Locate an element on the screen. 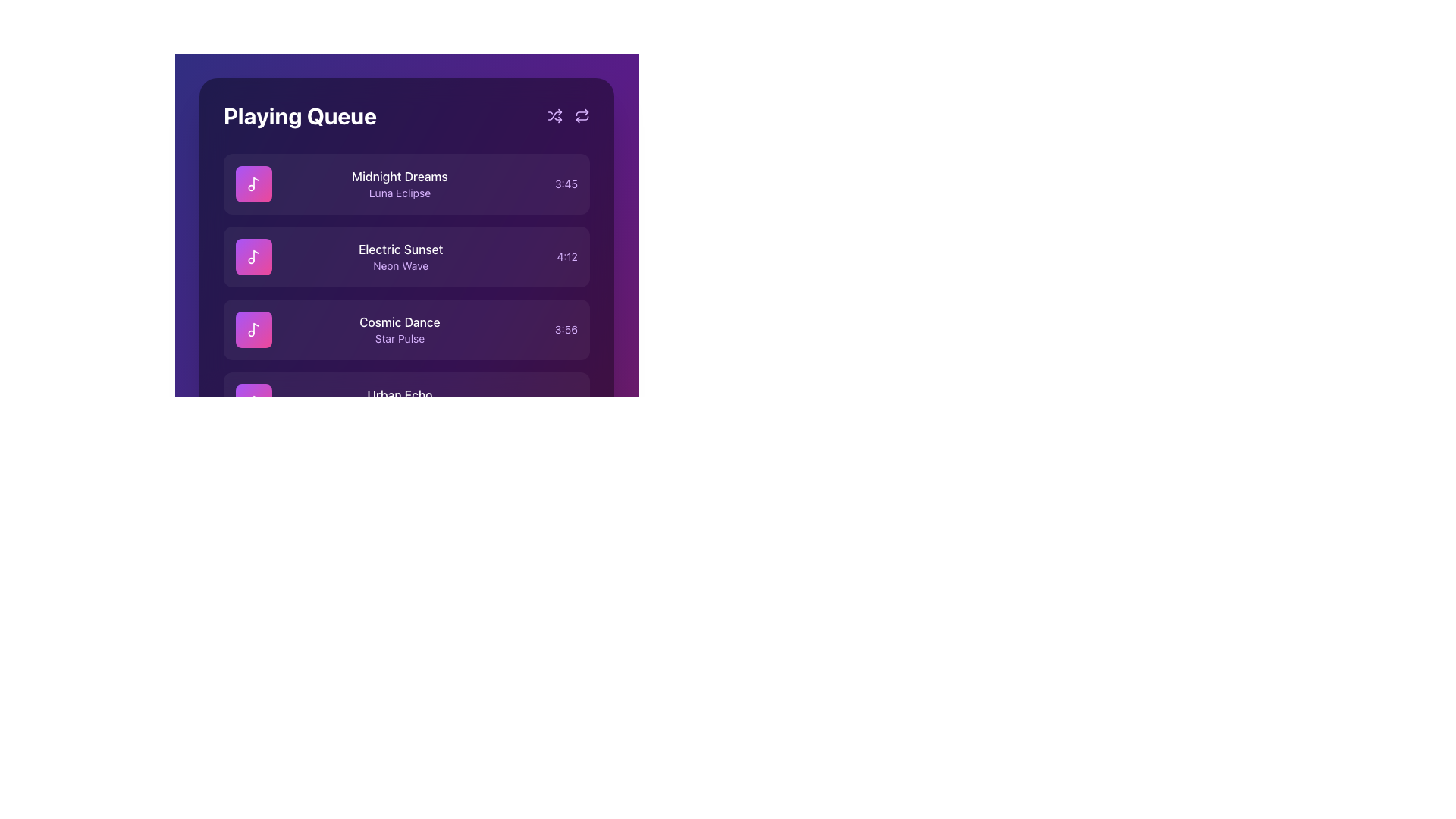 The image size is (1456, 819). either of the interactive icons representing shuffle and repeat actions located in the top-right corner of the 'Playing Queue' section is located at coordinates (567, 115).